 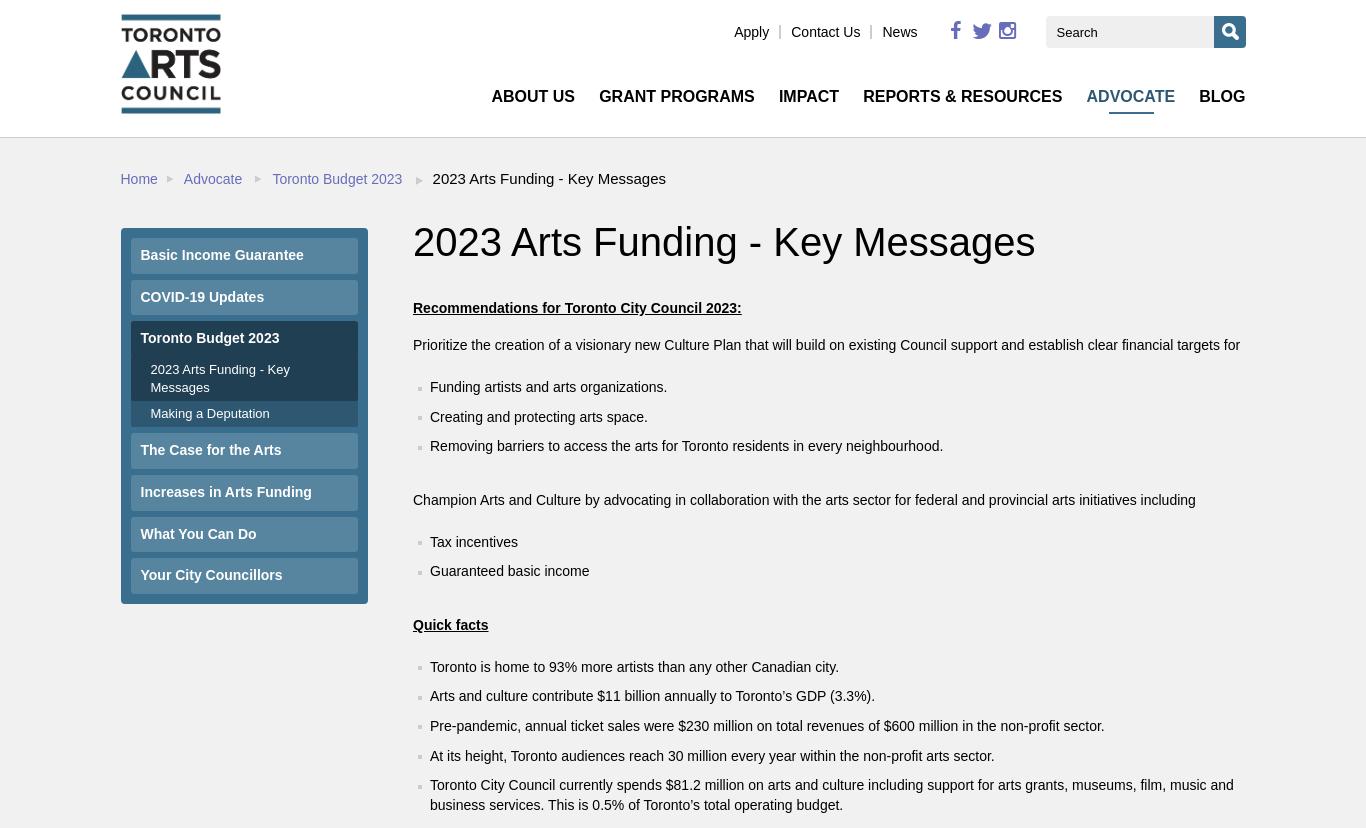 What do you see at coordinates (767, 724) in the screenshot?
I see `'Pre-pandemic, annual ticket sales were $230 million on total revenues of $600 million in the non-profit sector.'` at bounding box center [767, 724].